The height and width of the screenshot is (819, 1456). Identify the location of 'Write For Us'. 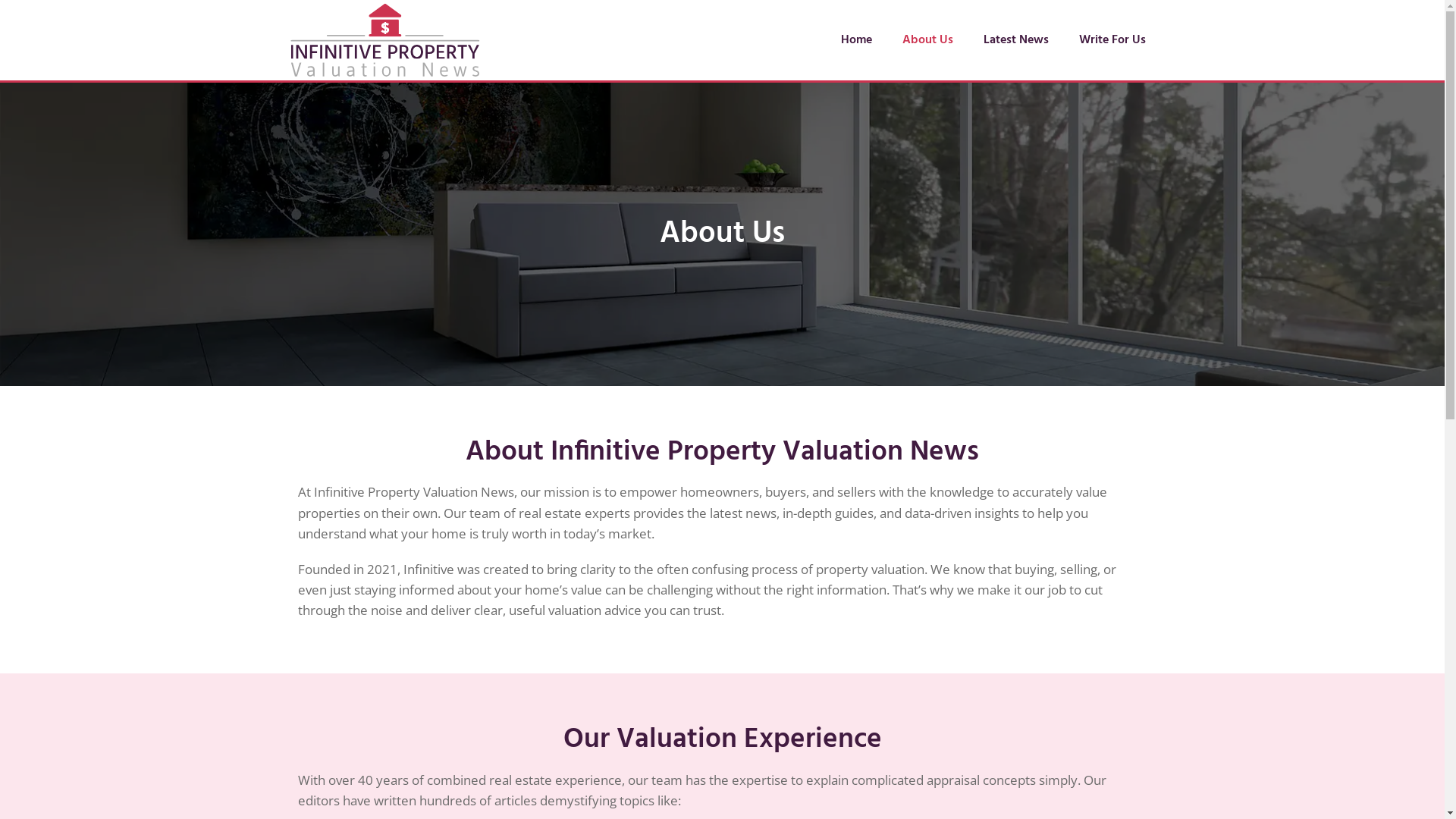
(1112, 39).